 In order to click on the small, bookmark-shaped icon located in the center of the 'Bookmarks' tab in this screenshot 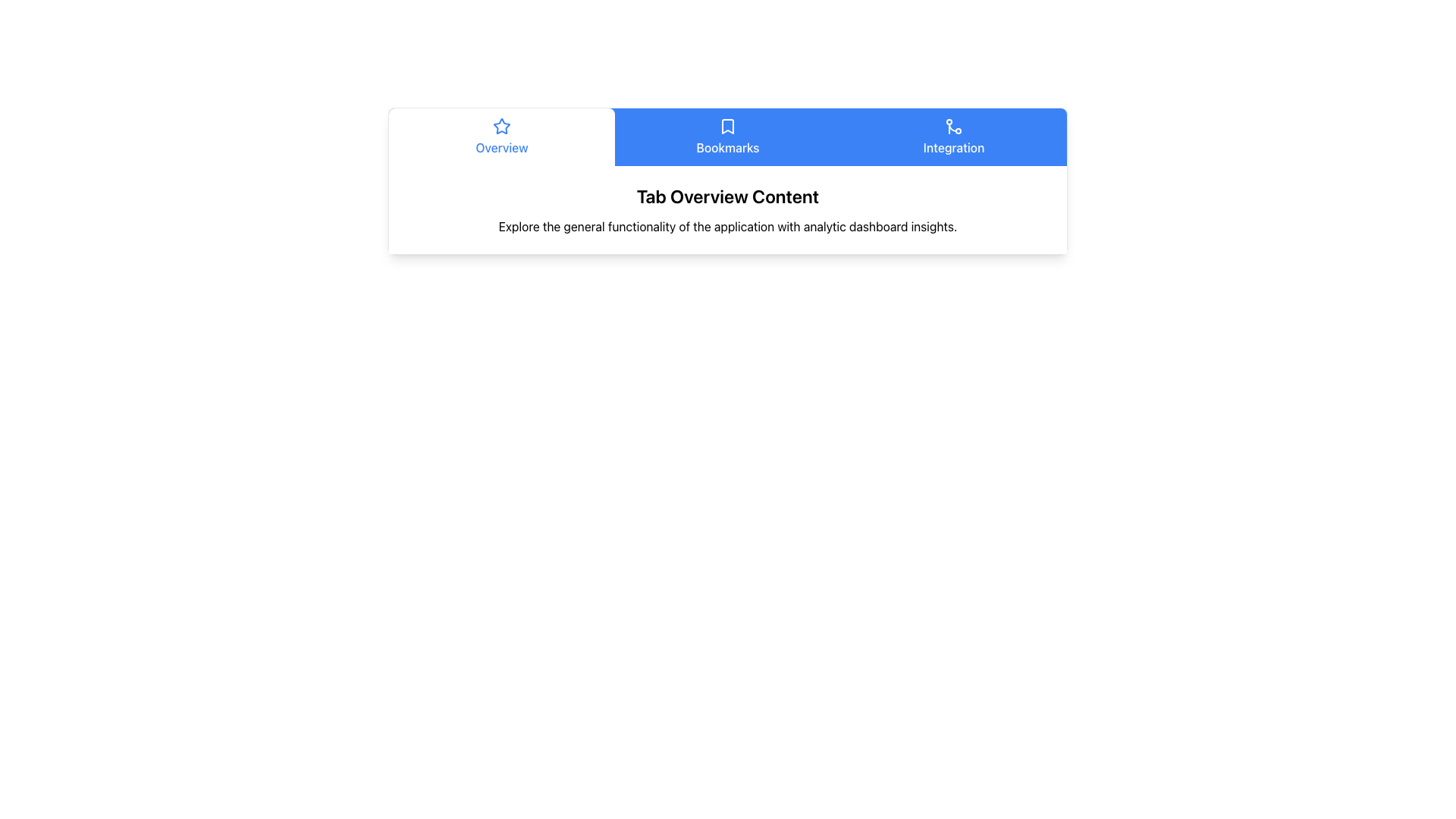, I will do `click(728, 125)`.